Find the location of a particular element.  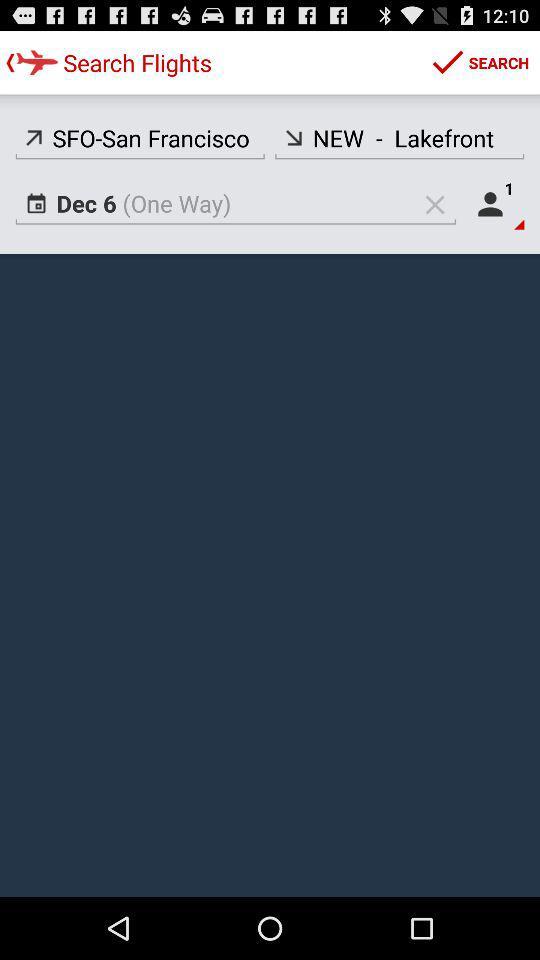

the avatar icon is located at coordinates (494, 218).